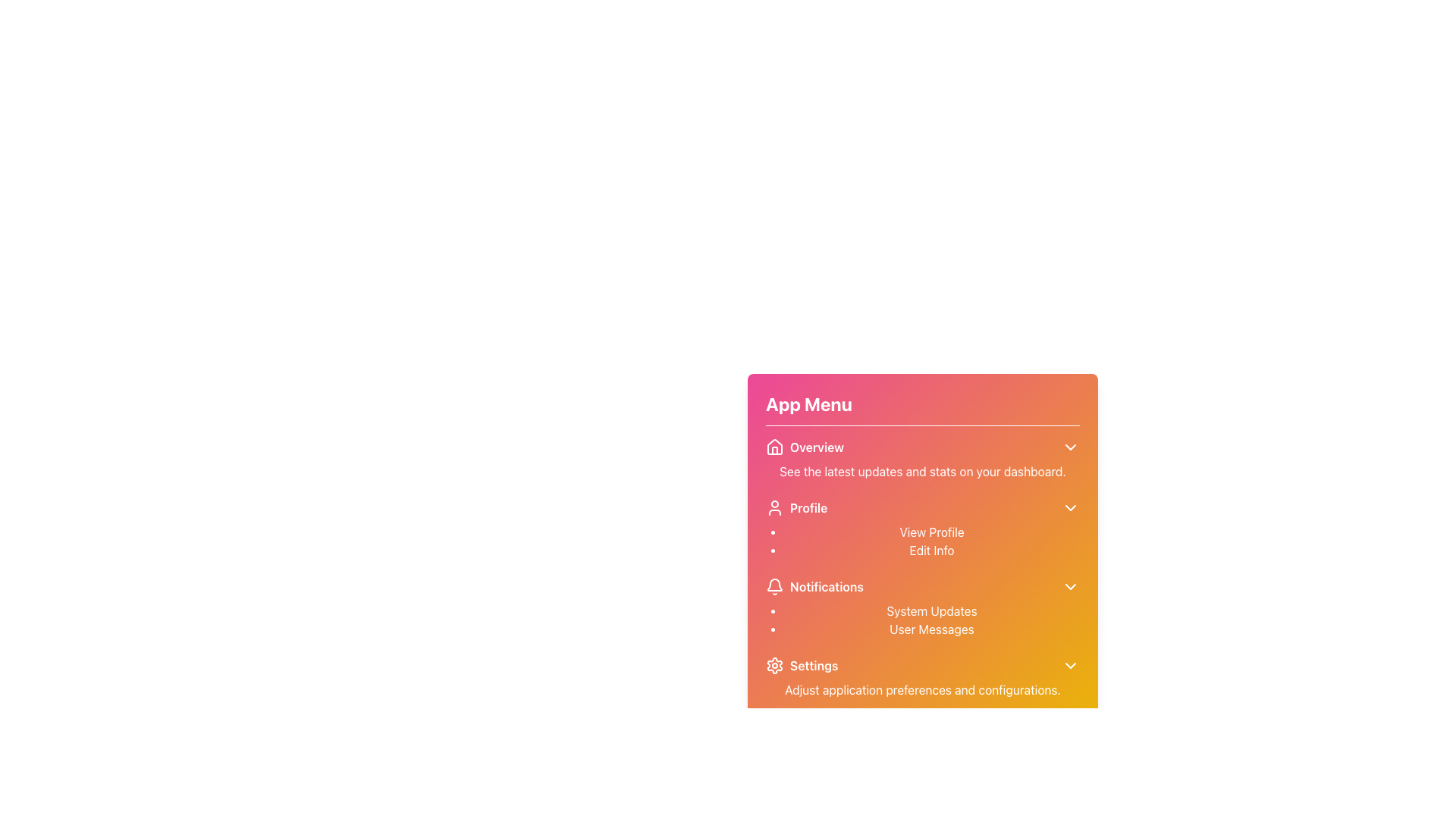 The width and height of the screenshot is (1456, 819). Describe the element at coordinates (930, 550) in the screenshot. I see `the second menu item under the 'Profile' section, which is located directly below the 'View Profile' option` at that location.